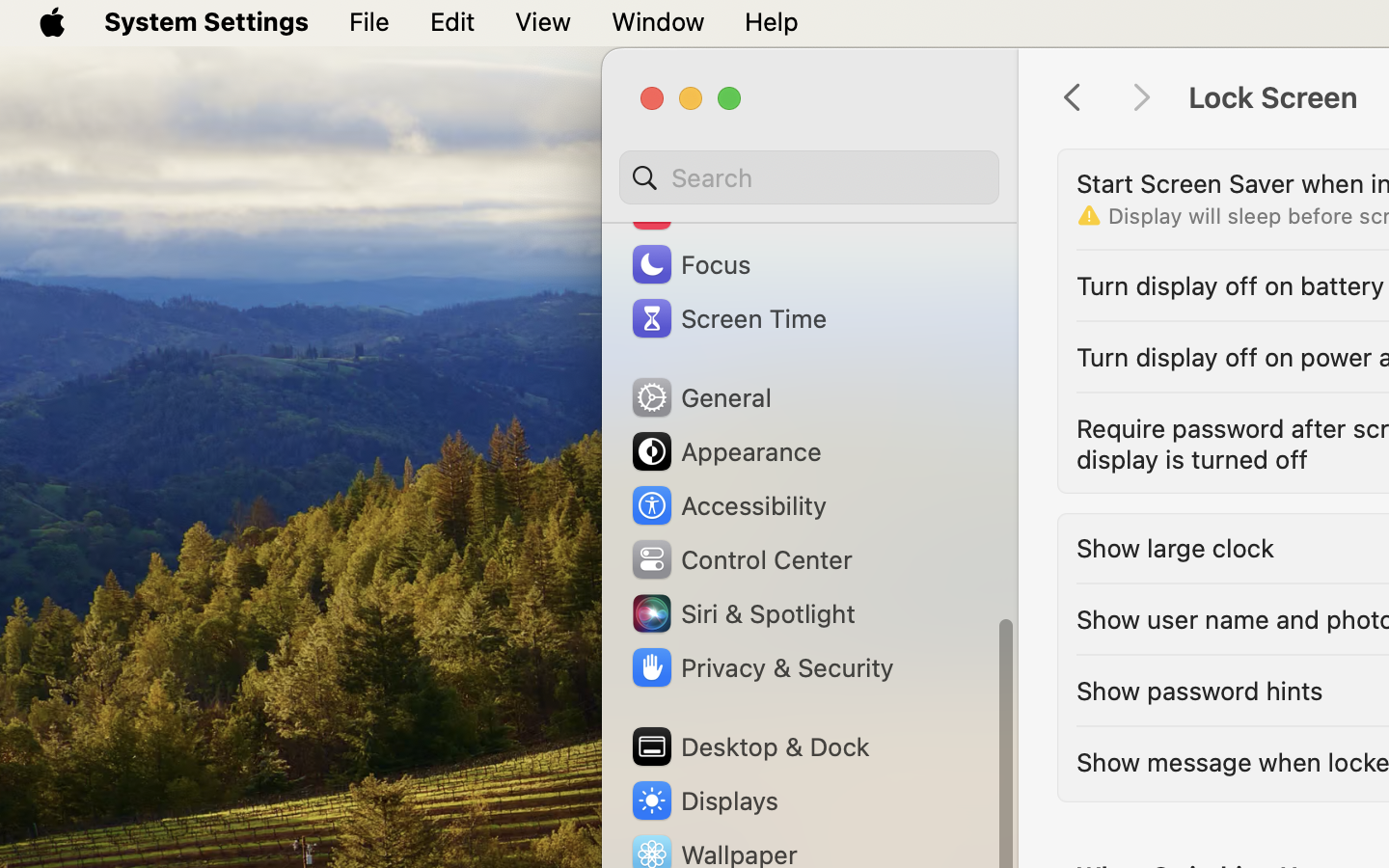 Image resolution: width=1389 pixels, height=868 pixels. What do you see at coordinates (739, 558) in the screenshot?
I see `'Control Center'` at bounding box center [739, 558].